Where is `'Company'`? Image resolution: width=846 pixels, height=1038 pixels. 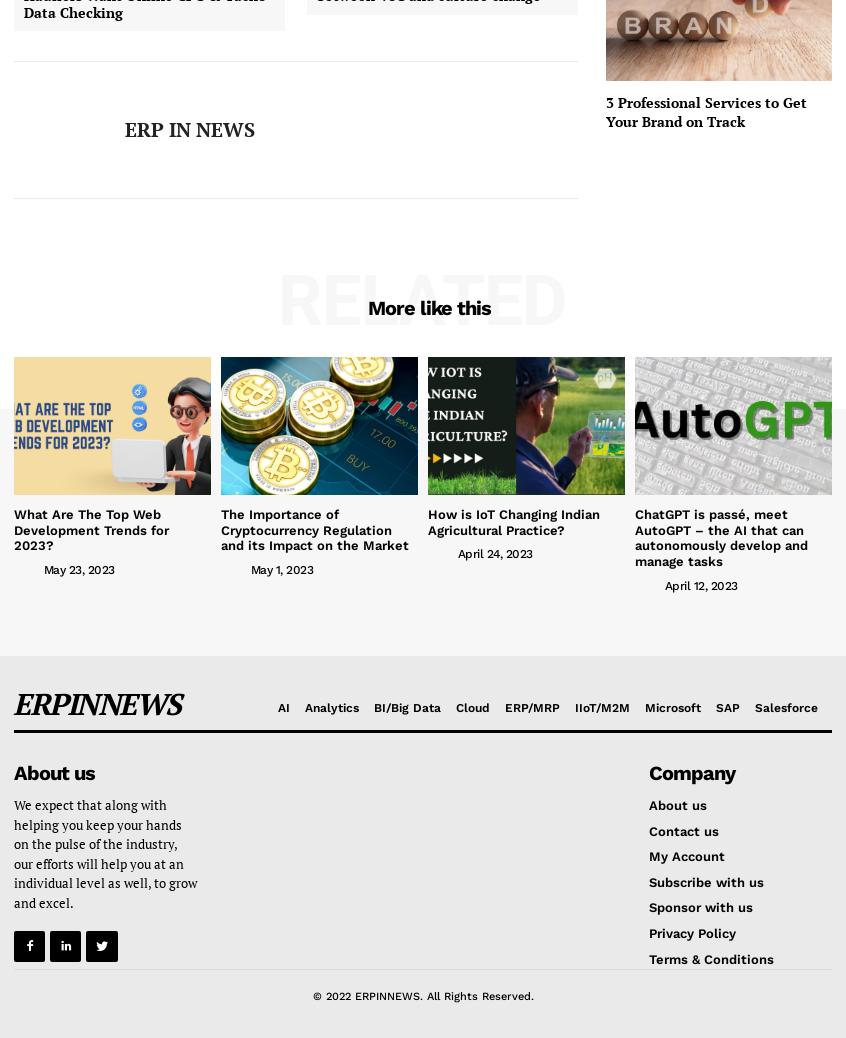 'Company' is located at coordinates (691, 771).